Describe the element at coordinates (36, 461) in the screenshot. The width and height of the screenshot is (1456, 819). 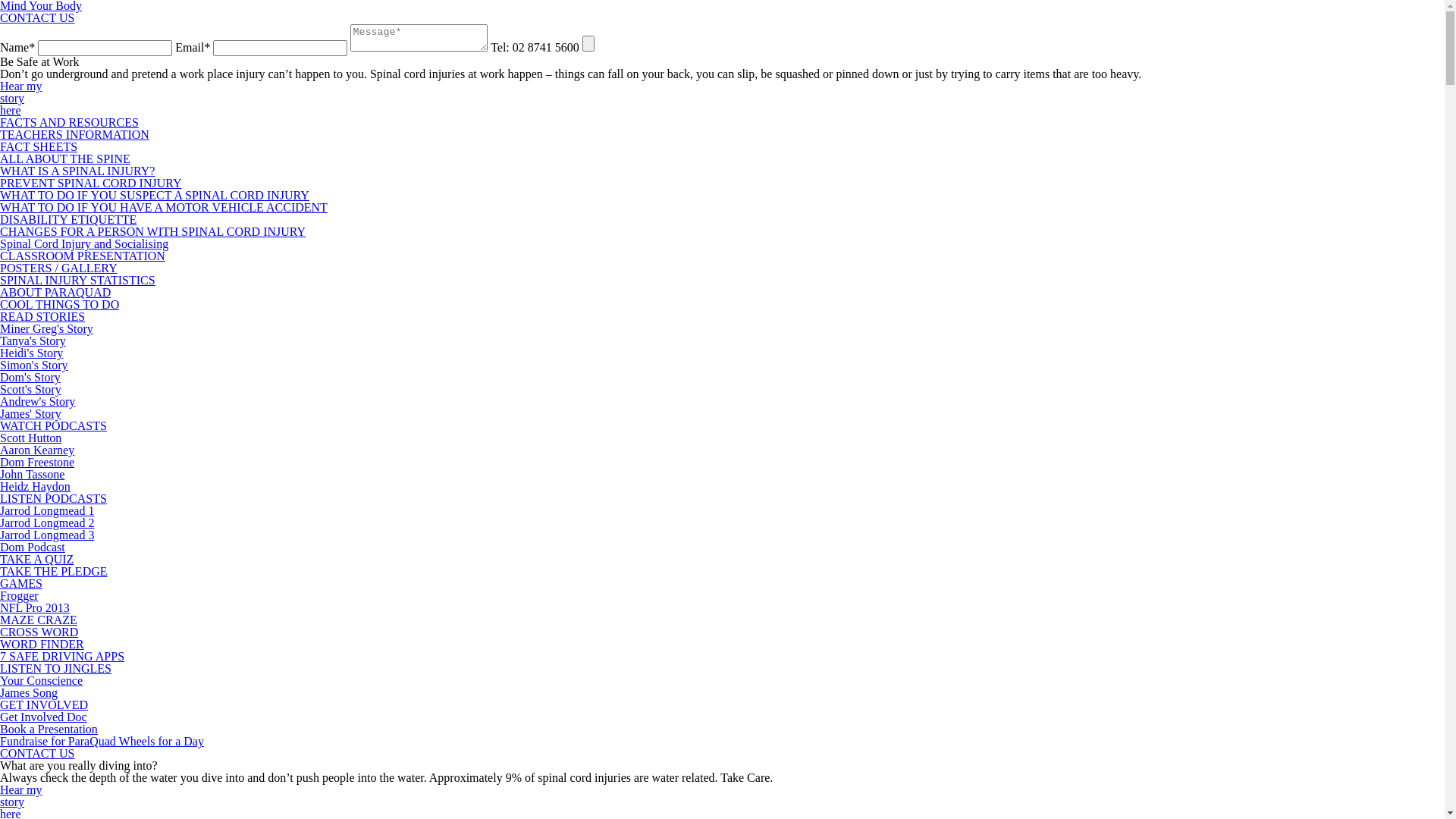
I see `'Dom Freestone'` at that location.